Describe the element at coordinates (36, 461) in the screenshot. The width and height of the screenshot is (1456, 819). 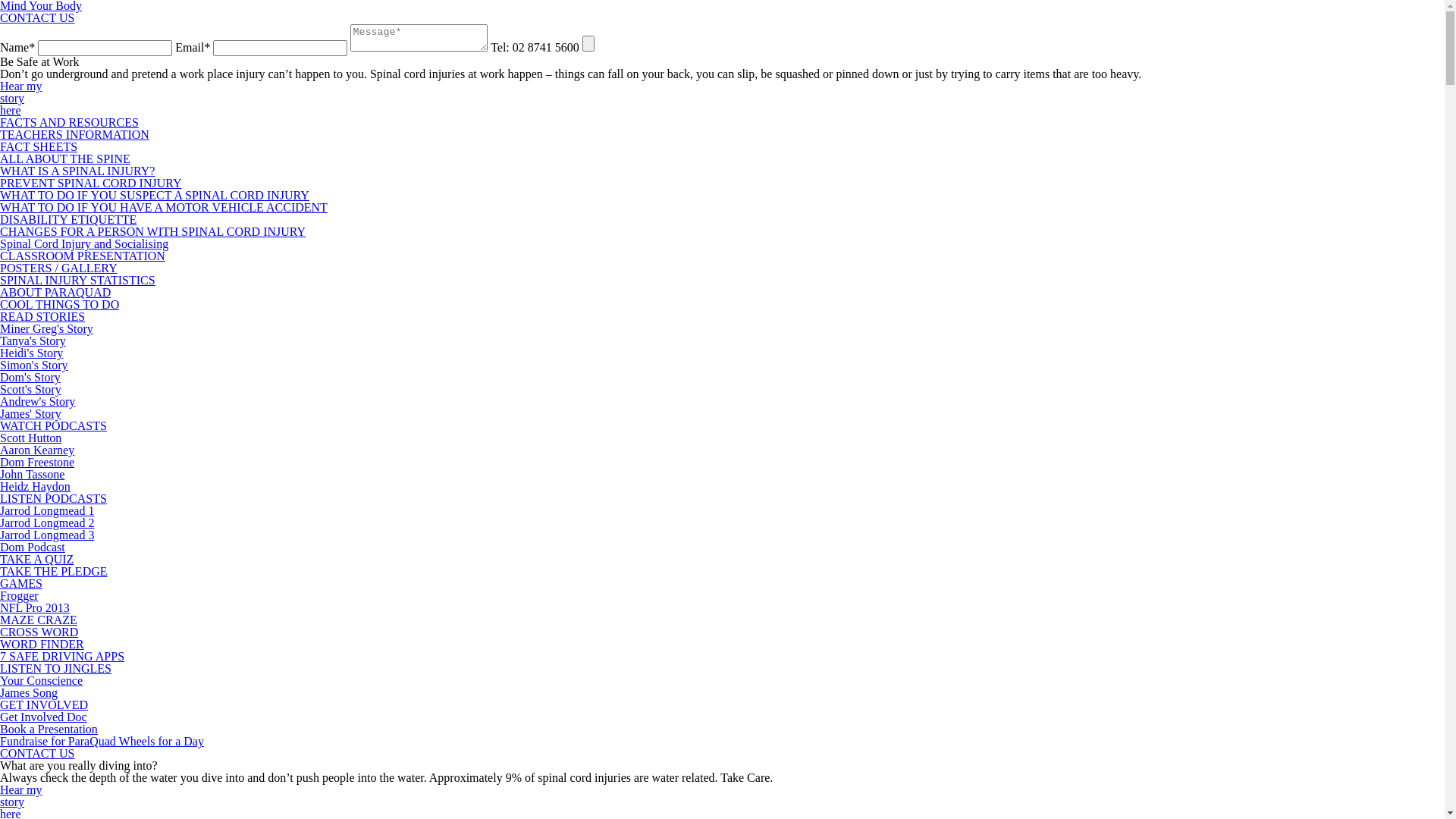
I see `'Dom Freestone'` at that location.